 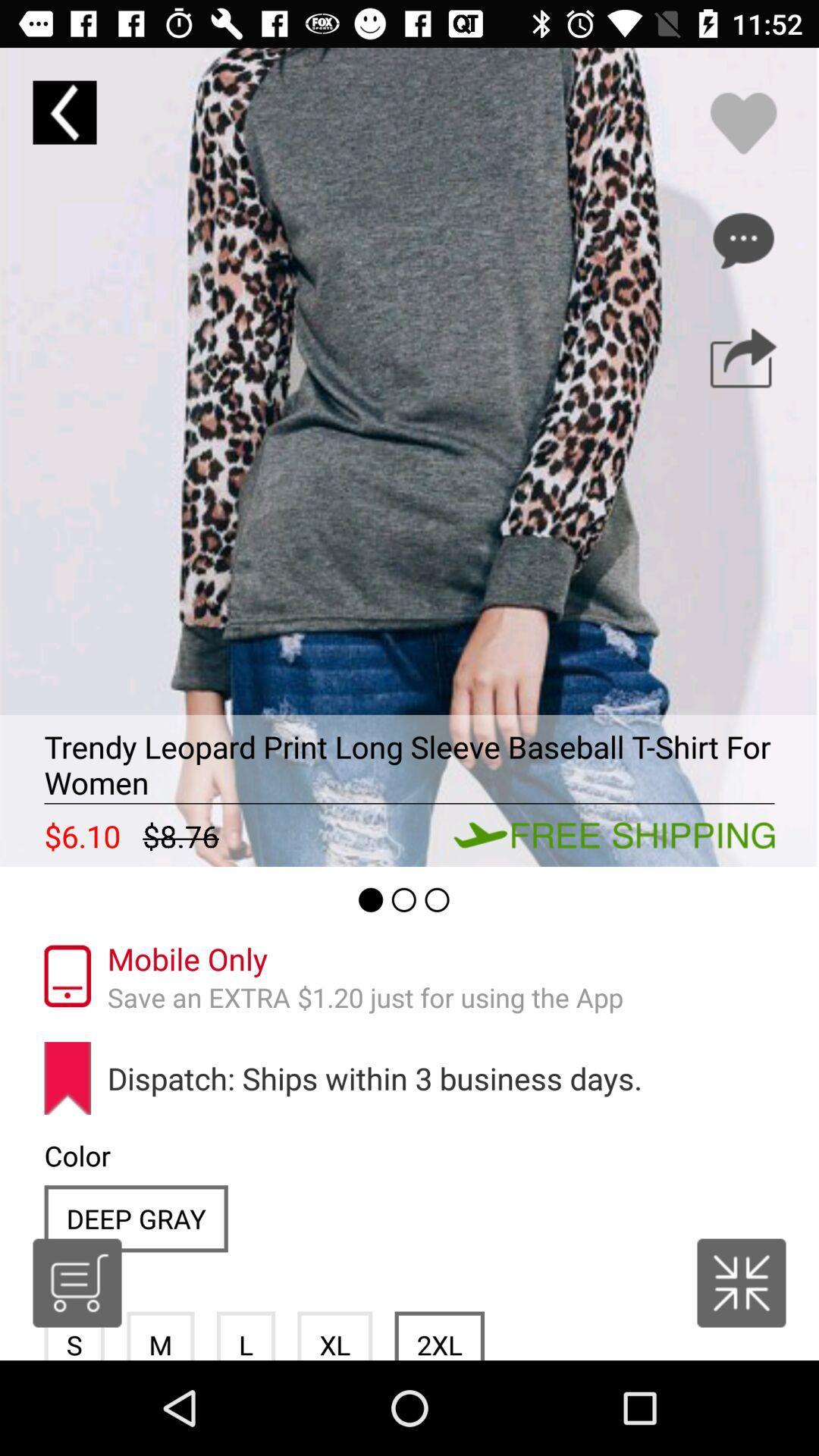 What do you see at coordinates (64, 111) in the screenshot?
I see `previous` at bounding box center [64, 111].